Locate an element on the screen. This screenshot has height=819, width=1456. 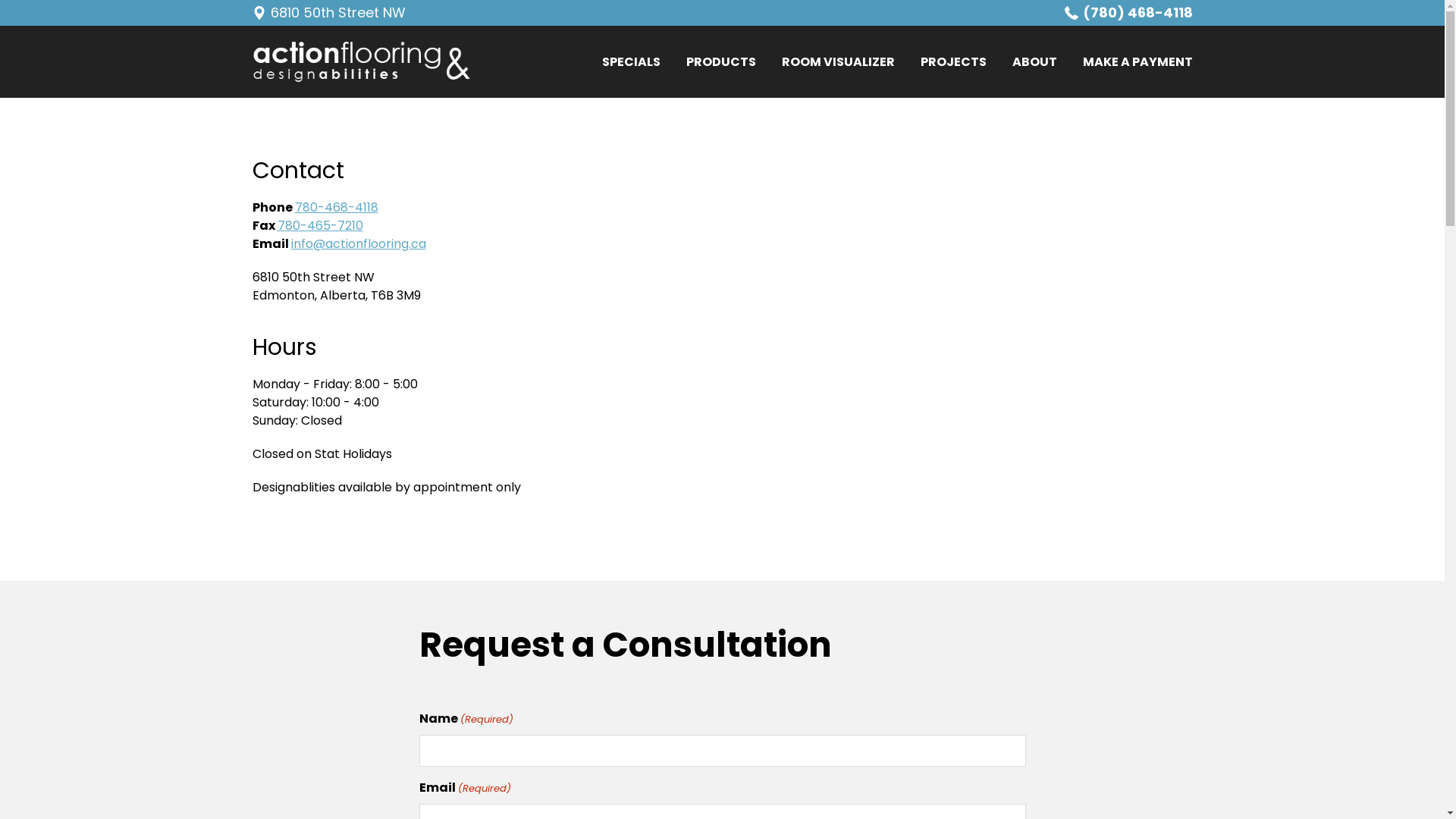
'PRODUCTS' is located at coordinates (720, 61).